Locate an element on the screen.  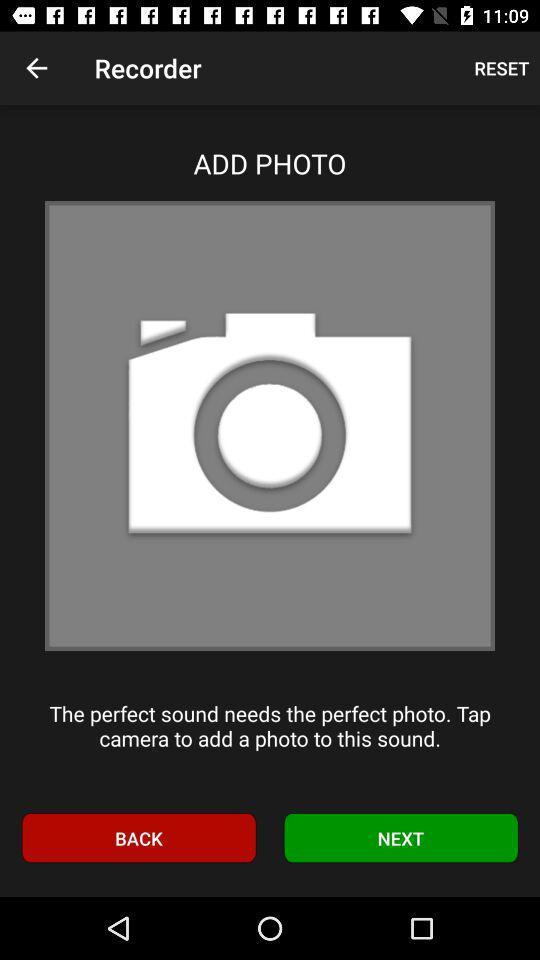
icon next to the recorder app is located at coordinates (36, 68).